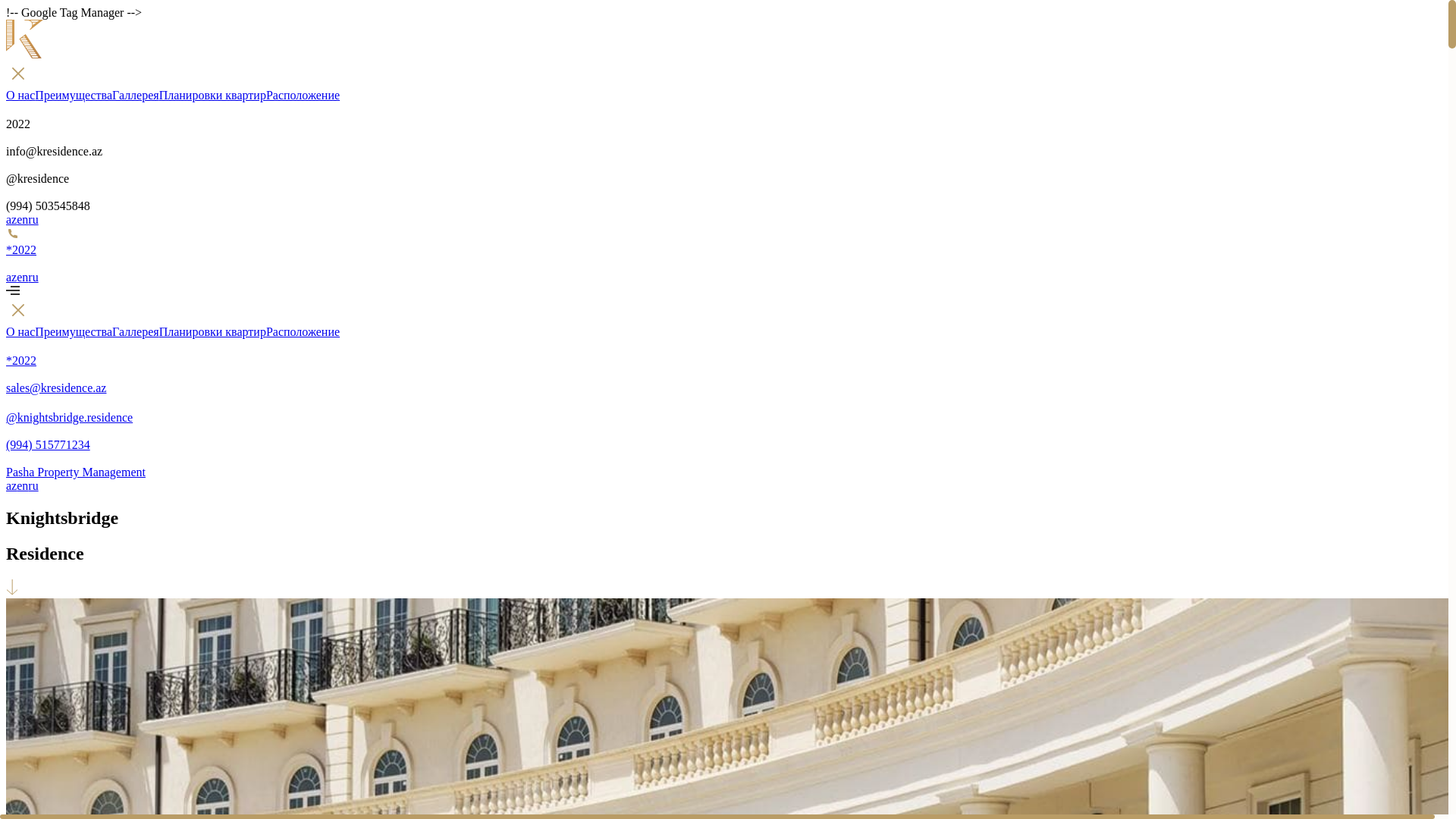  I want to click on 'ru', so click(33, 219).